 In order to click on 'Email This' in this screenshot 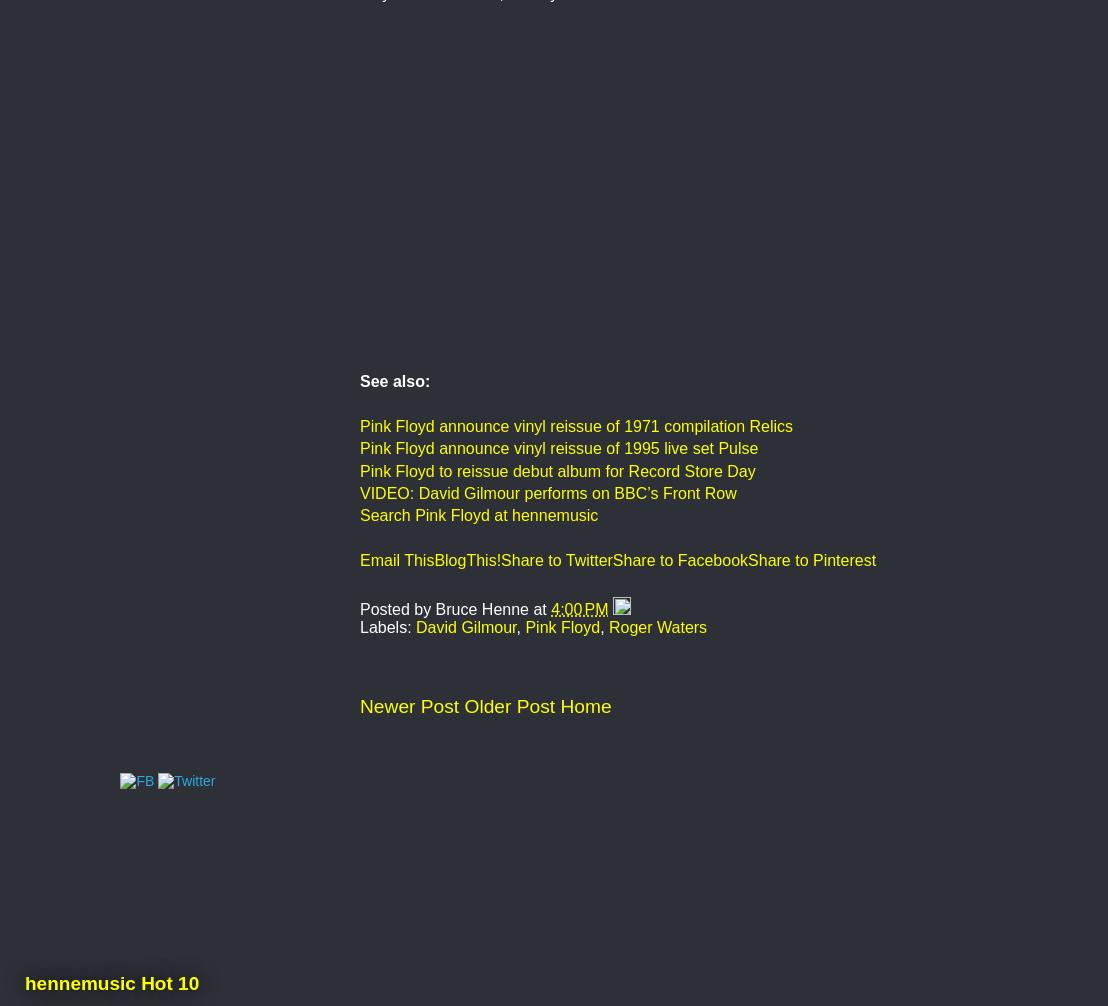, I will do `click(358, 560)`.